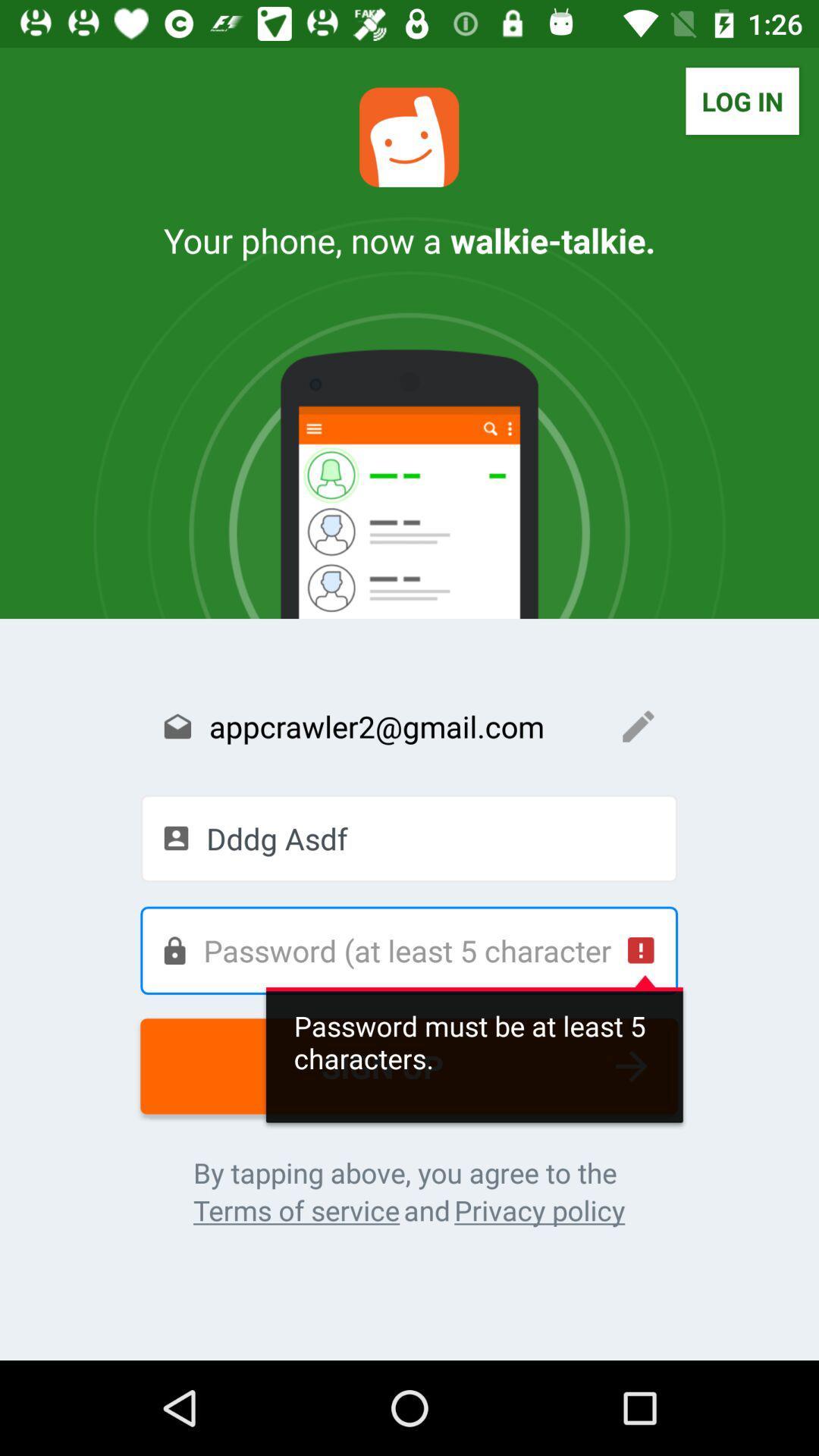  What do you see at coordinates (538, 1210) in the screenshot?
I see `the item below by tapping above item` at bounding box center [538, 1210].